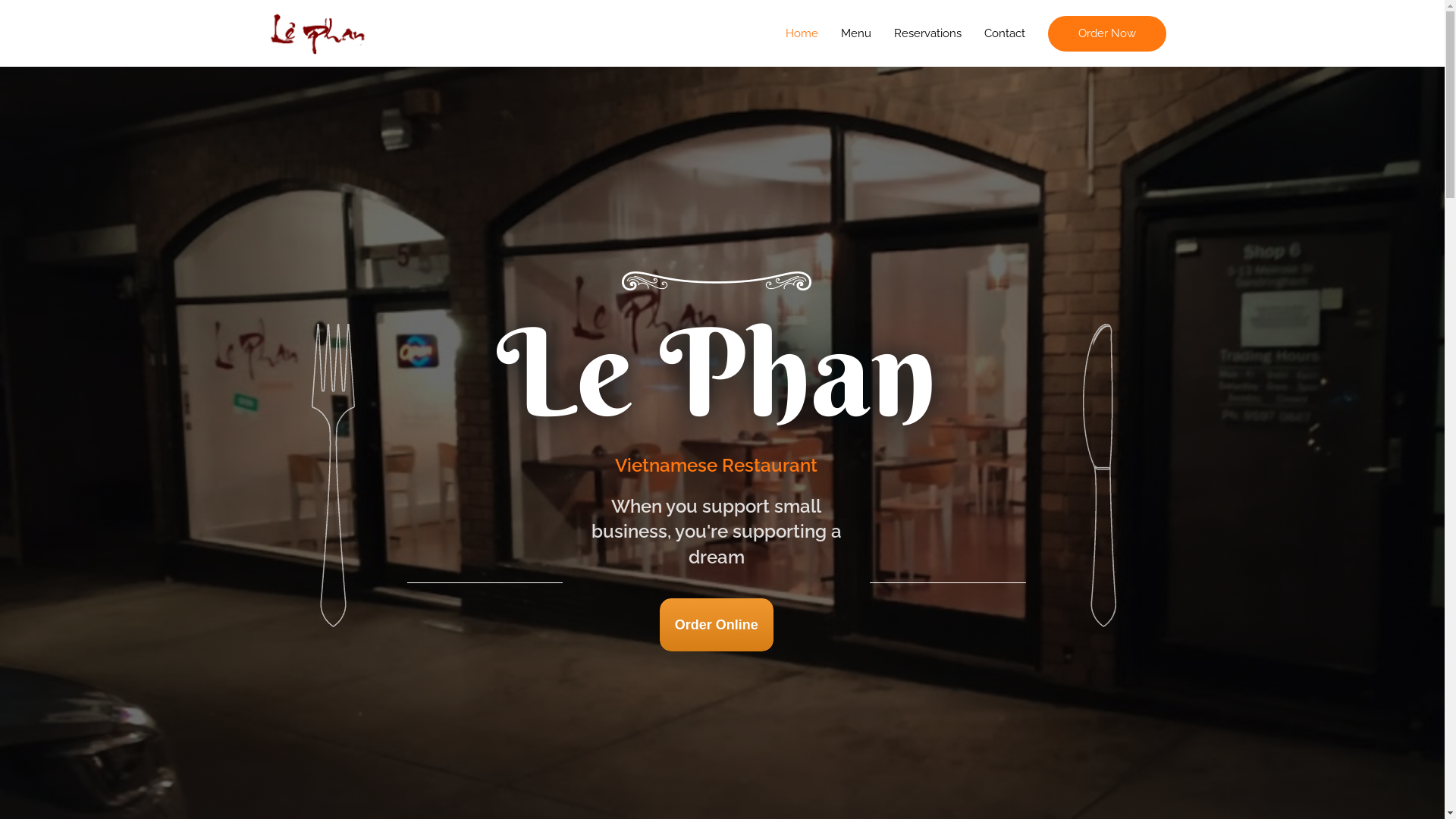 This screenshot has width=1456, height=819. What do you see at coordinates (882, 33) in the screenshot?
I see `'Reservations'` at bounding box center [882, 33].